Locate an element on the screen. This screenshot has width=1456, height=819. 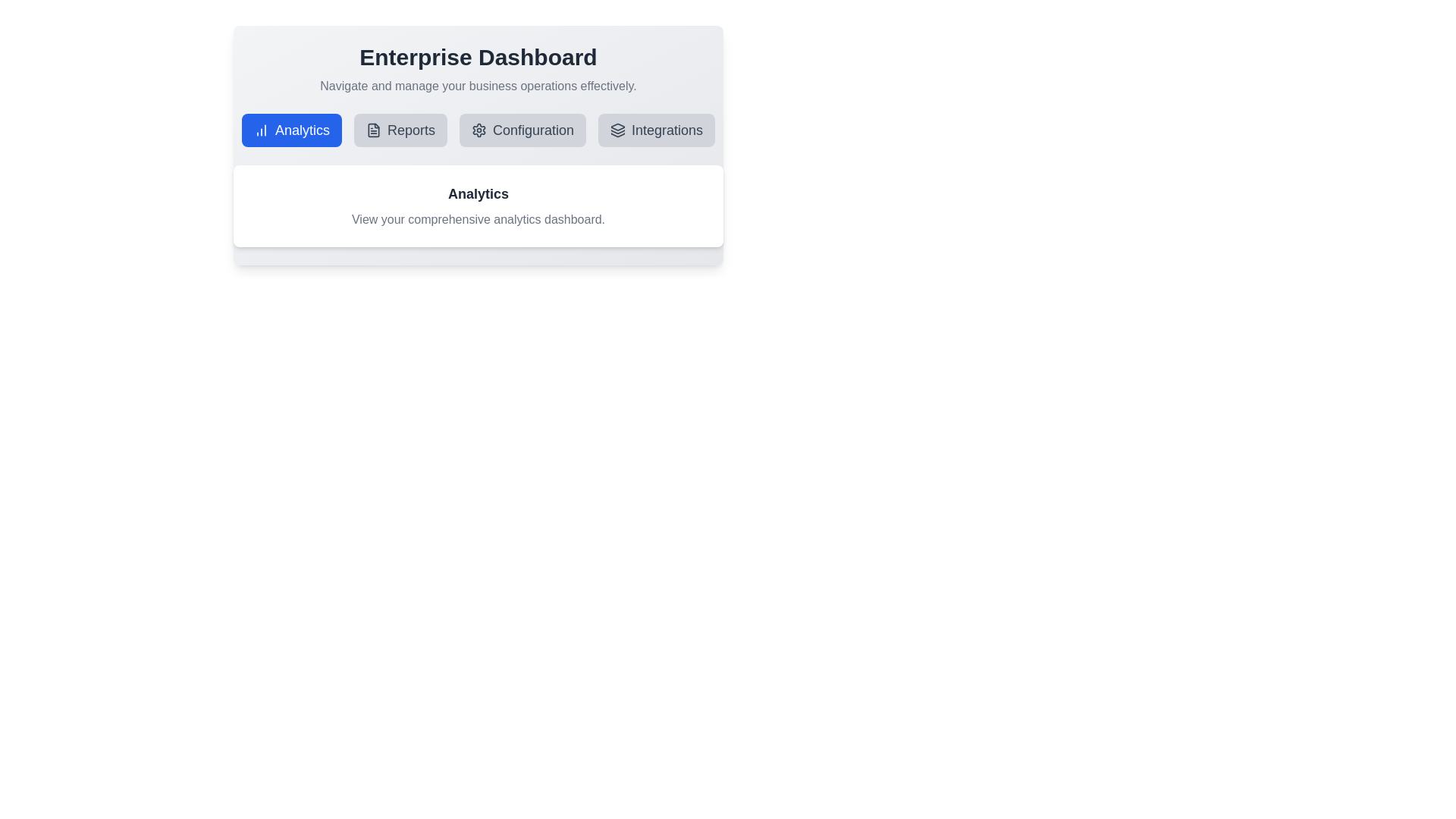
the tab labeled Reports is located at coordinates (400, 130).